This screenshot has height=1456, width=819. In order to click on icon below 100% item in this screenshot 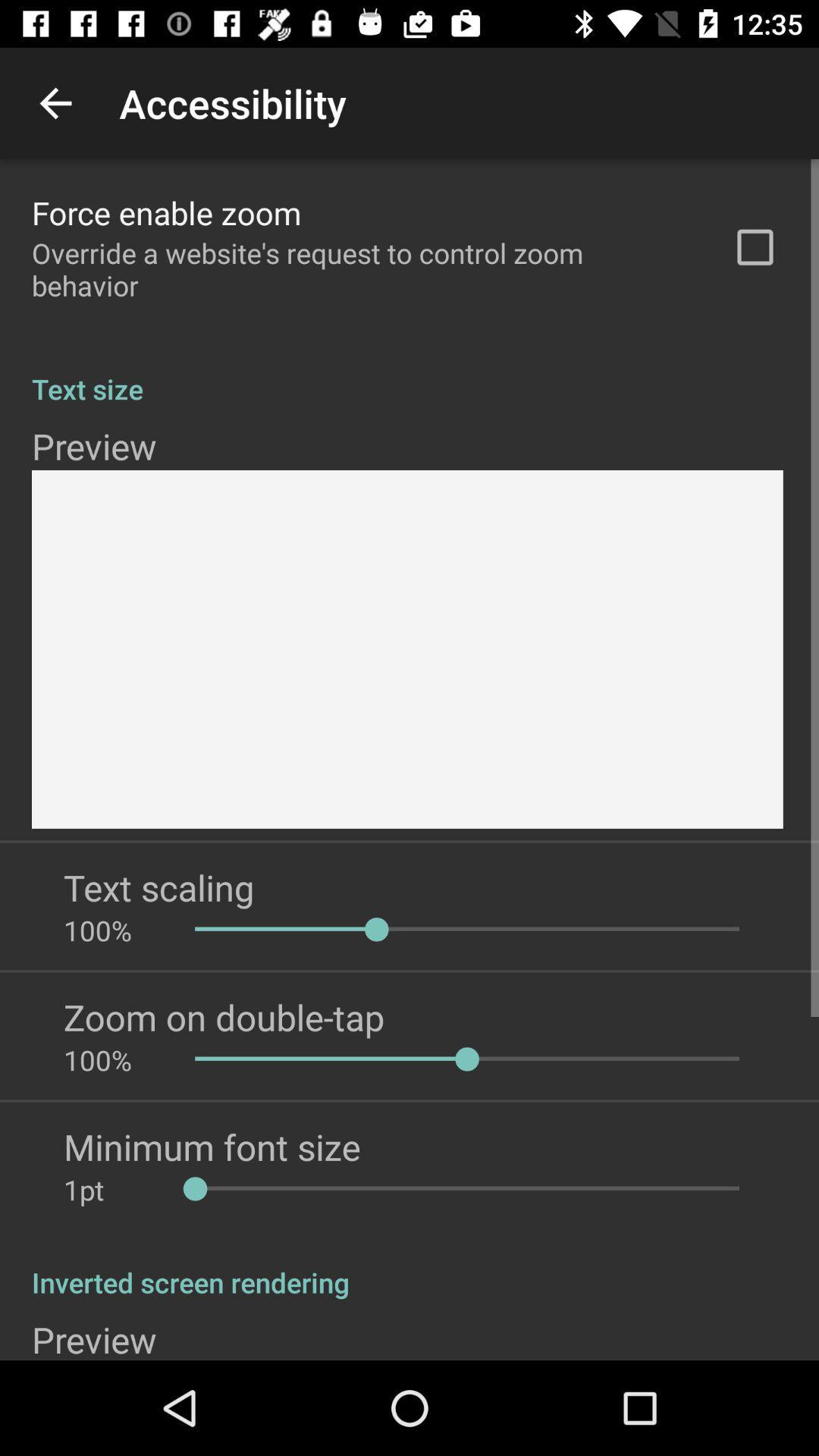, I will do `click(224, 1017)`.